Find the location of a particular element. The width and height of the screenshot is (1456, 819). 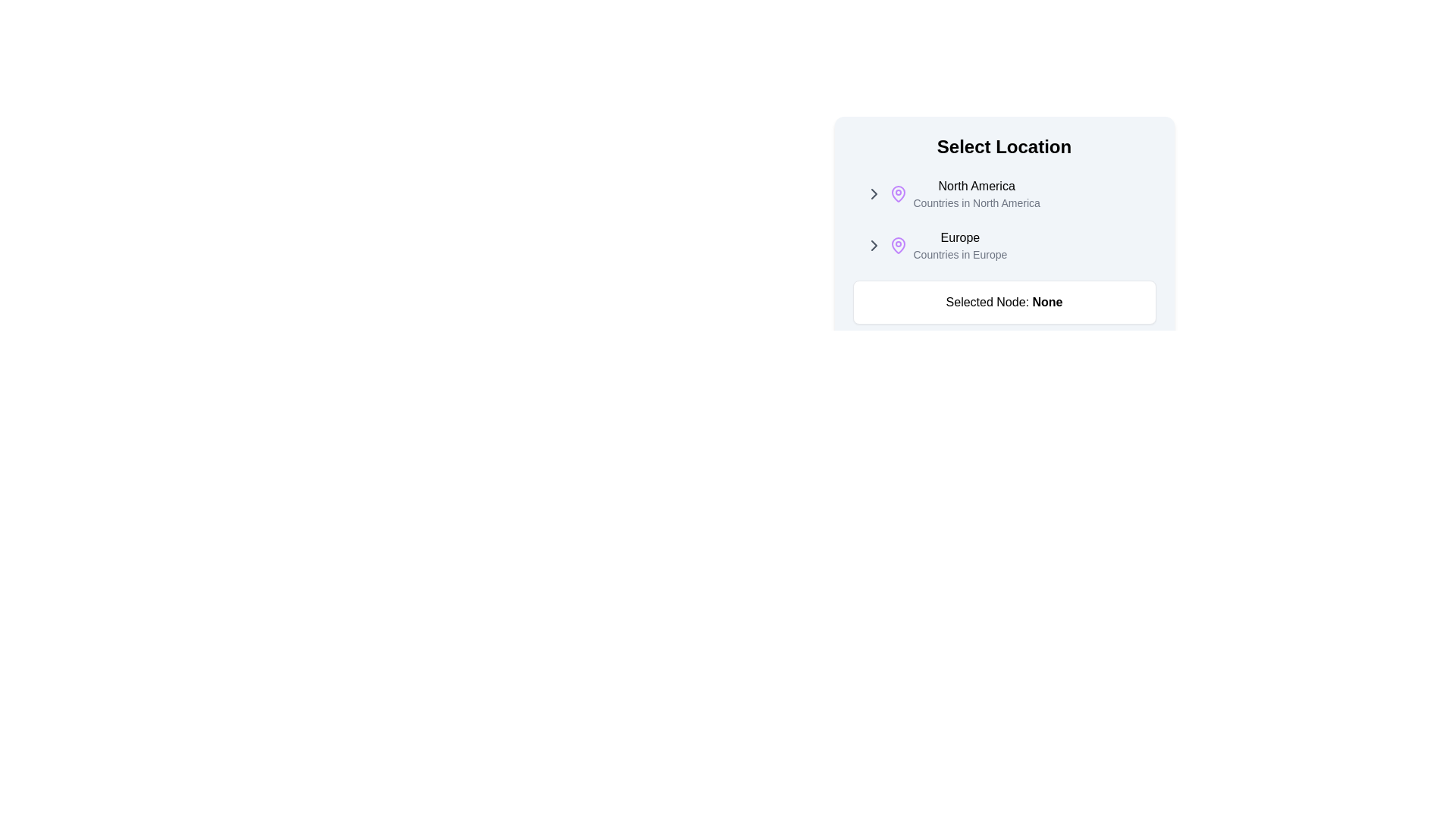

the list item containing the text 'Europe' is located at coordinates (1004, 245).